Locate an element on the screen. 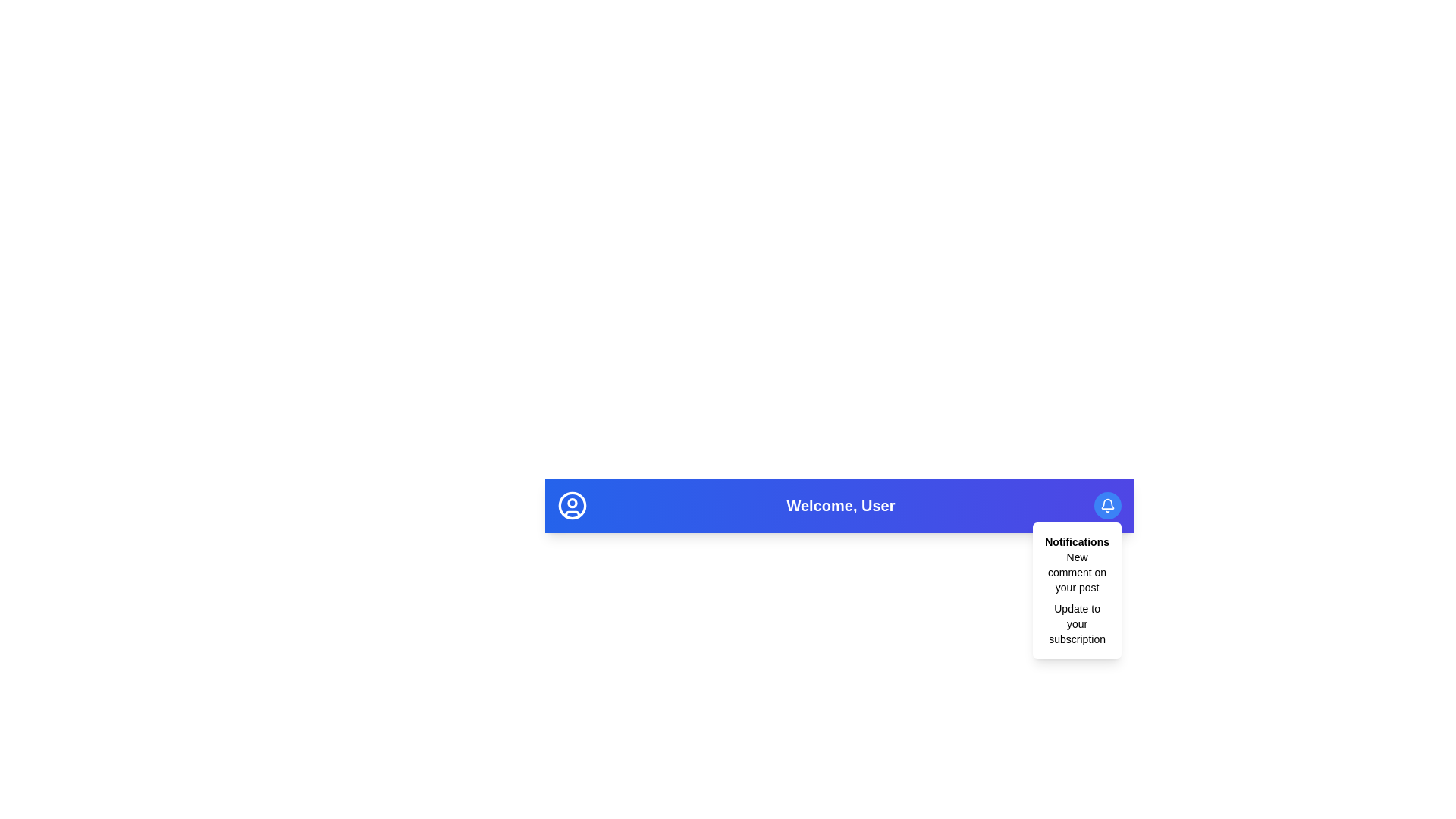 This screenshot has height=819, width=1456. the decorative SVG circle that serves as a boundary for the user profile icon located in the top blue header bar is located at coordinates (571, 506).